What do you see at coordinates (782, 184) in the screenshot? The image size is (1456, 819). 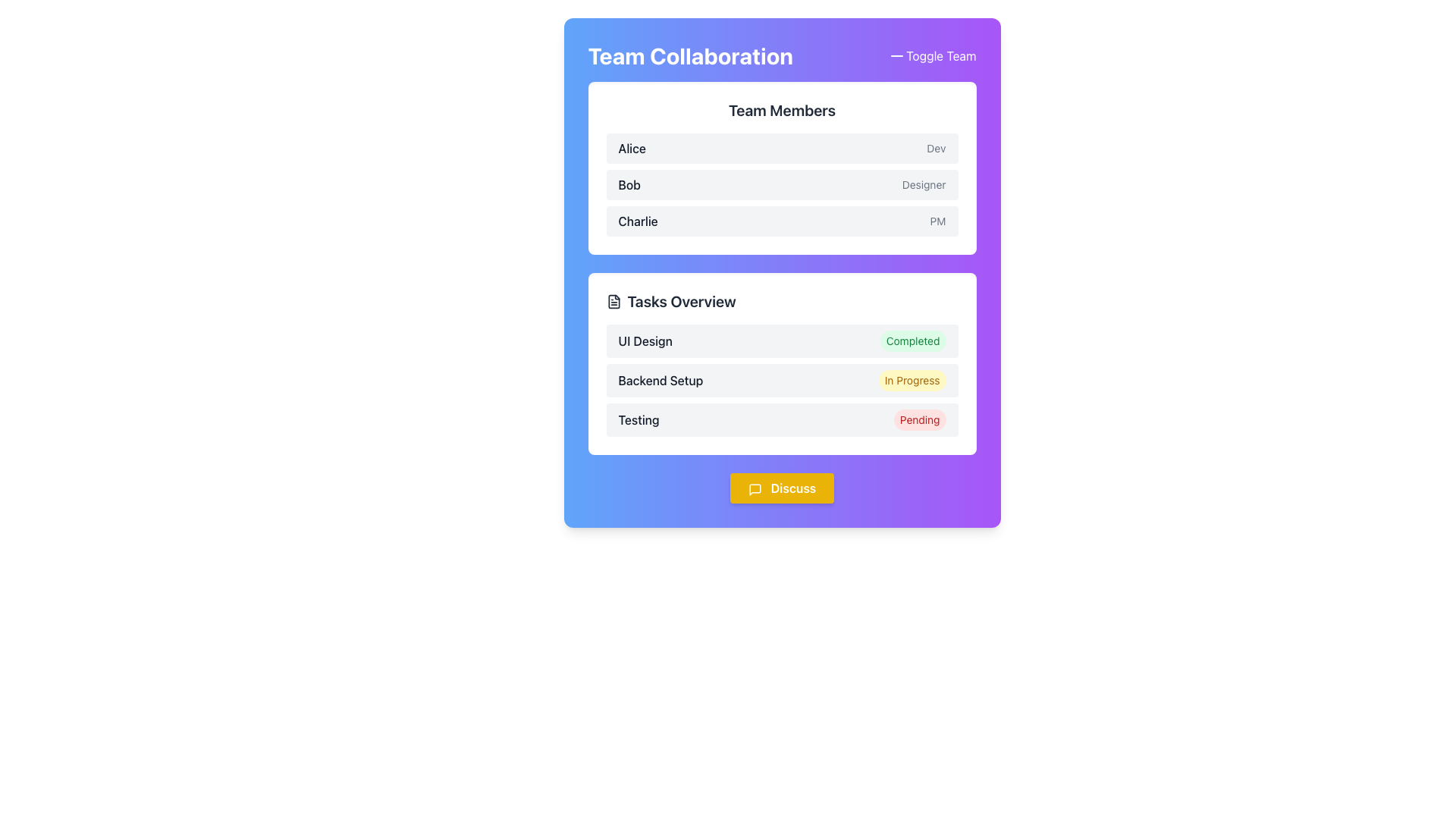 I see `the second row of the team members list that displays 'Bob' on the left and 'Designer' on the right, which has a light grey background` at bounding box center [782, 184].